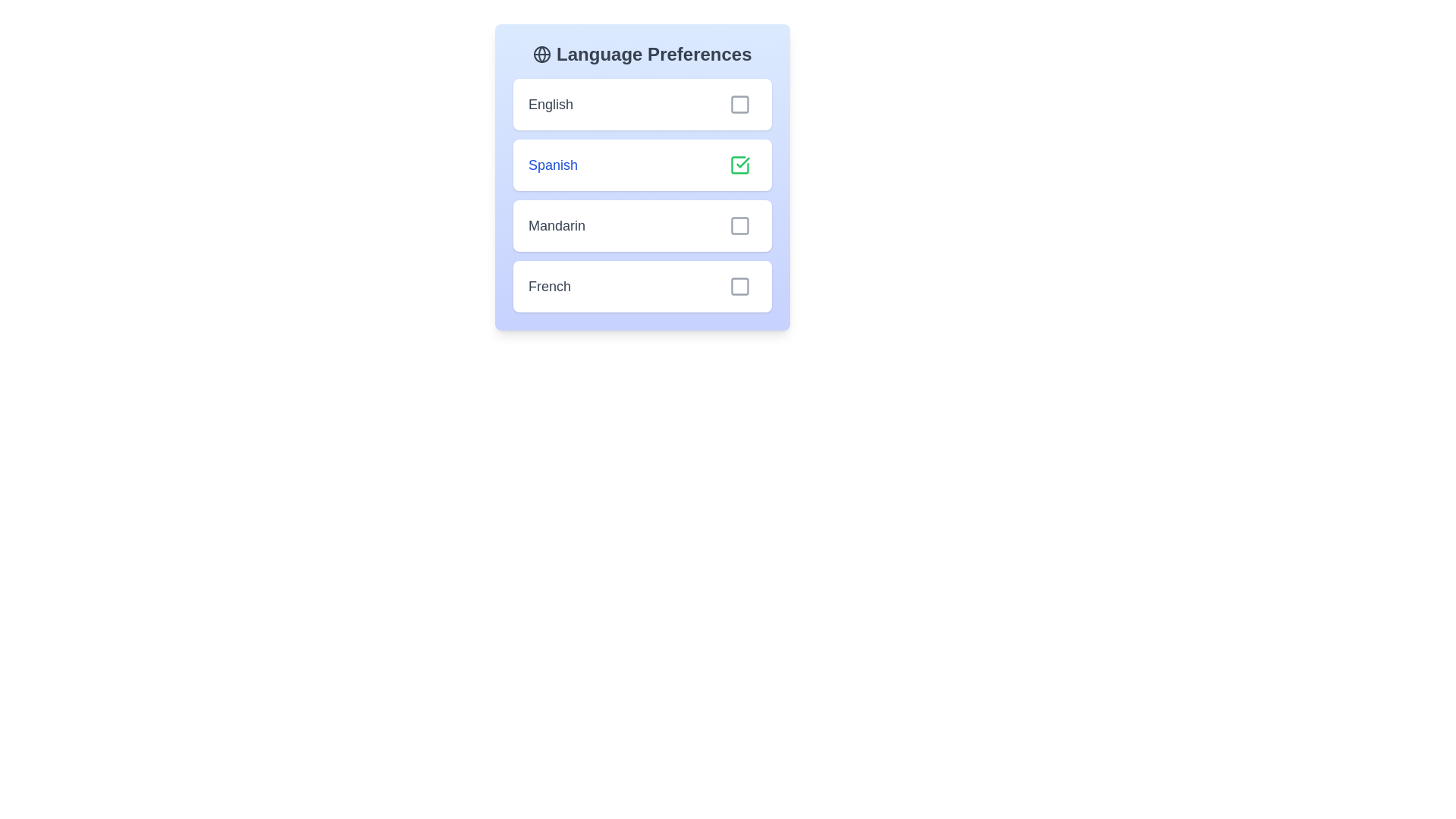  I want to click on the inactive checkbox at the upper-right corner of the 'English' option in the language preferences list, so click(739, 104).